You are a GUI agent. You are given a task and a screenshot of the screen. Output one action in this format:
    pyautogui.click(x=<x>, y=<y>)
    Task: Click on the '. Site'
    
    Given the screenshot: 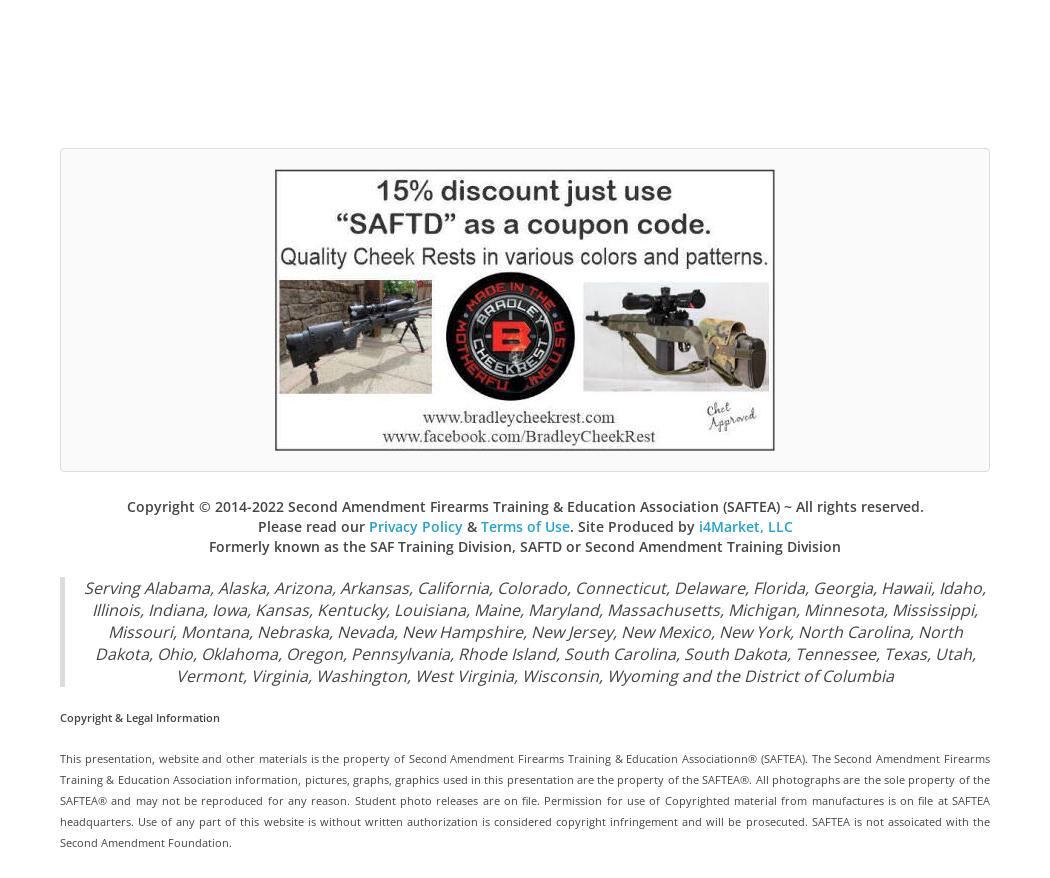 What is the action you would take?
    pyautogui.click(x=587, y=525)
    